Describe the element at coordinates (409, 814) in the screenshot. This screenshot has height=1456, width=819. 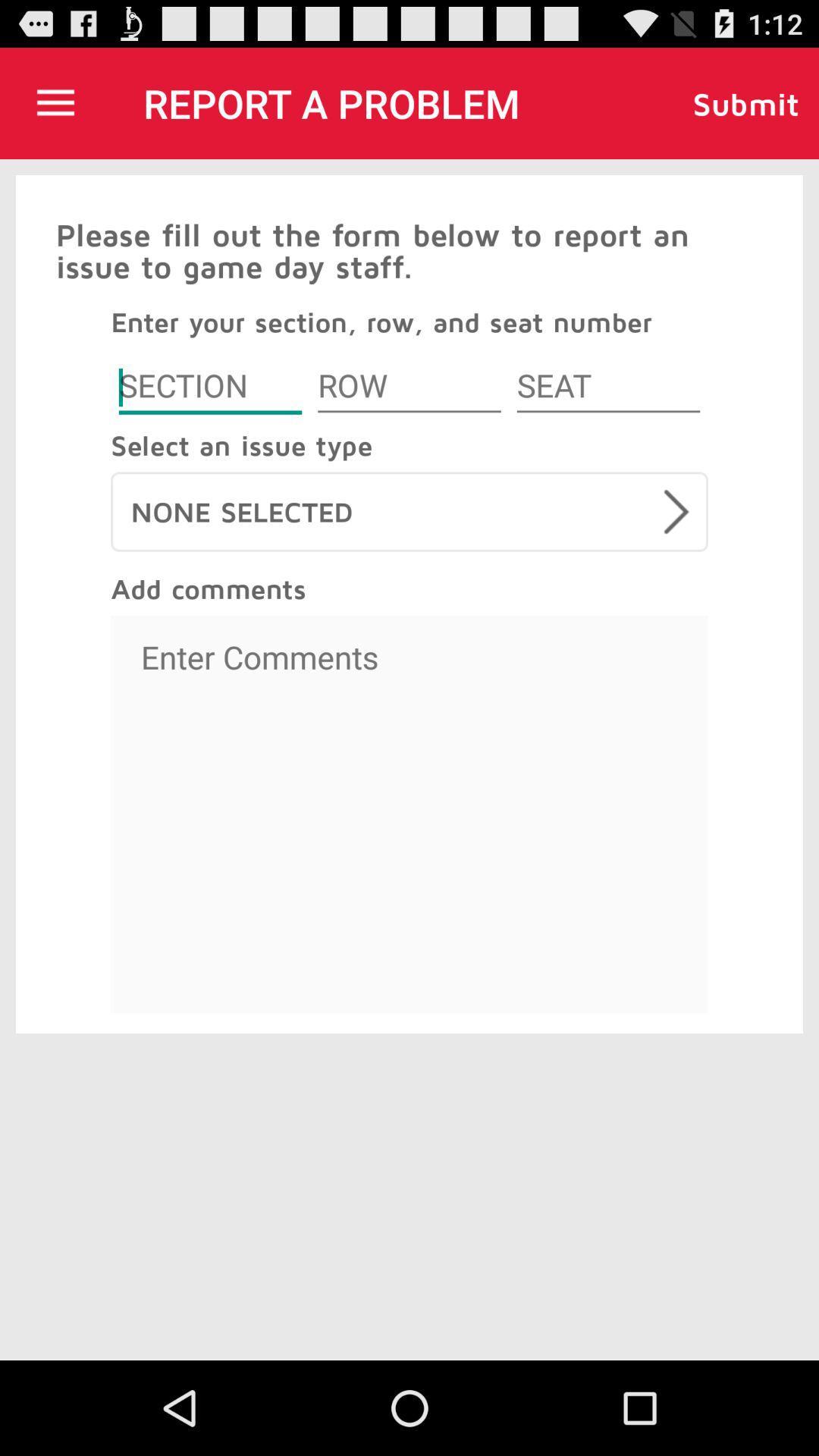
I see `text box` at that location.